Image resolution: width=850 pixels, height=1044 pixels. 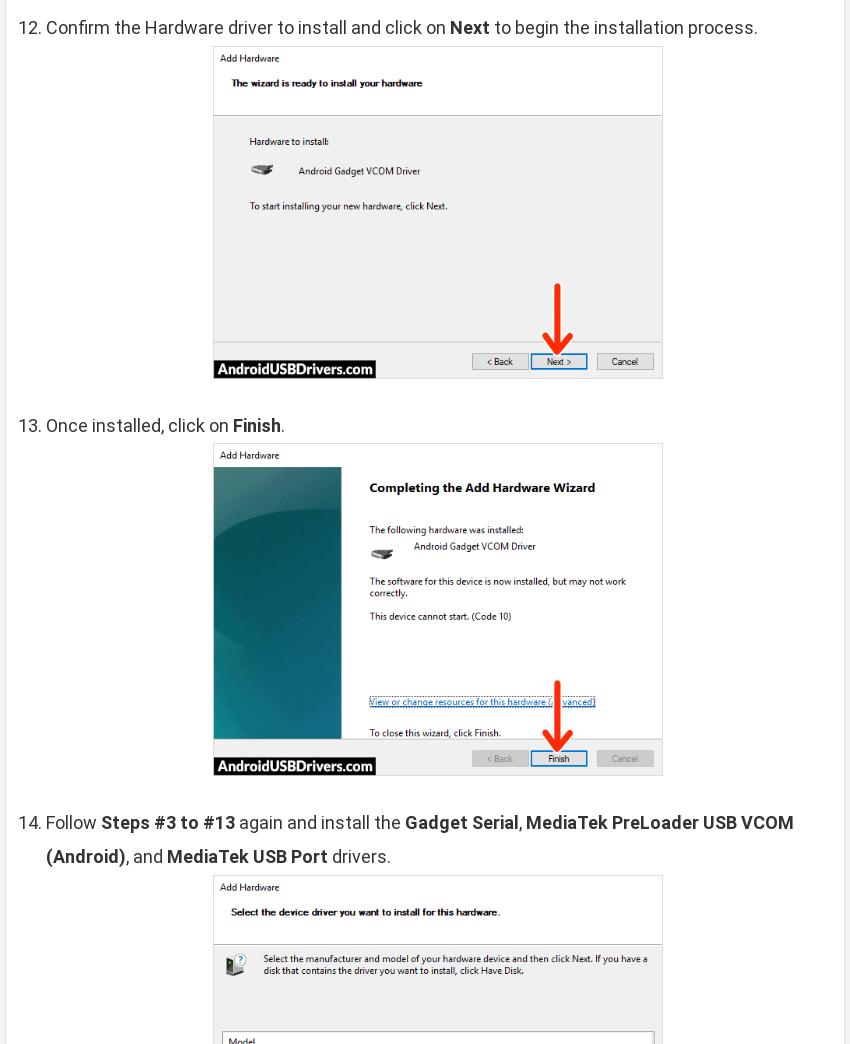 What do you see at coordinates (419, 838) in the screenshot?
I see `'MediaTek PreLoader USB VCOM (Android)'` at bounding box center [419, 838].